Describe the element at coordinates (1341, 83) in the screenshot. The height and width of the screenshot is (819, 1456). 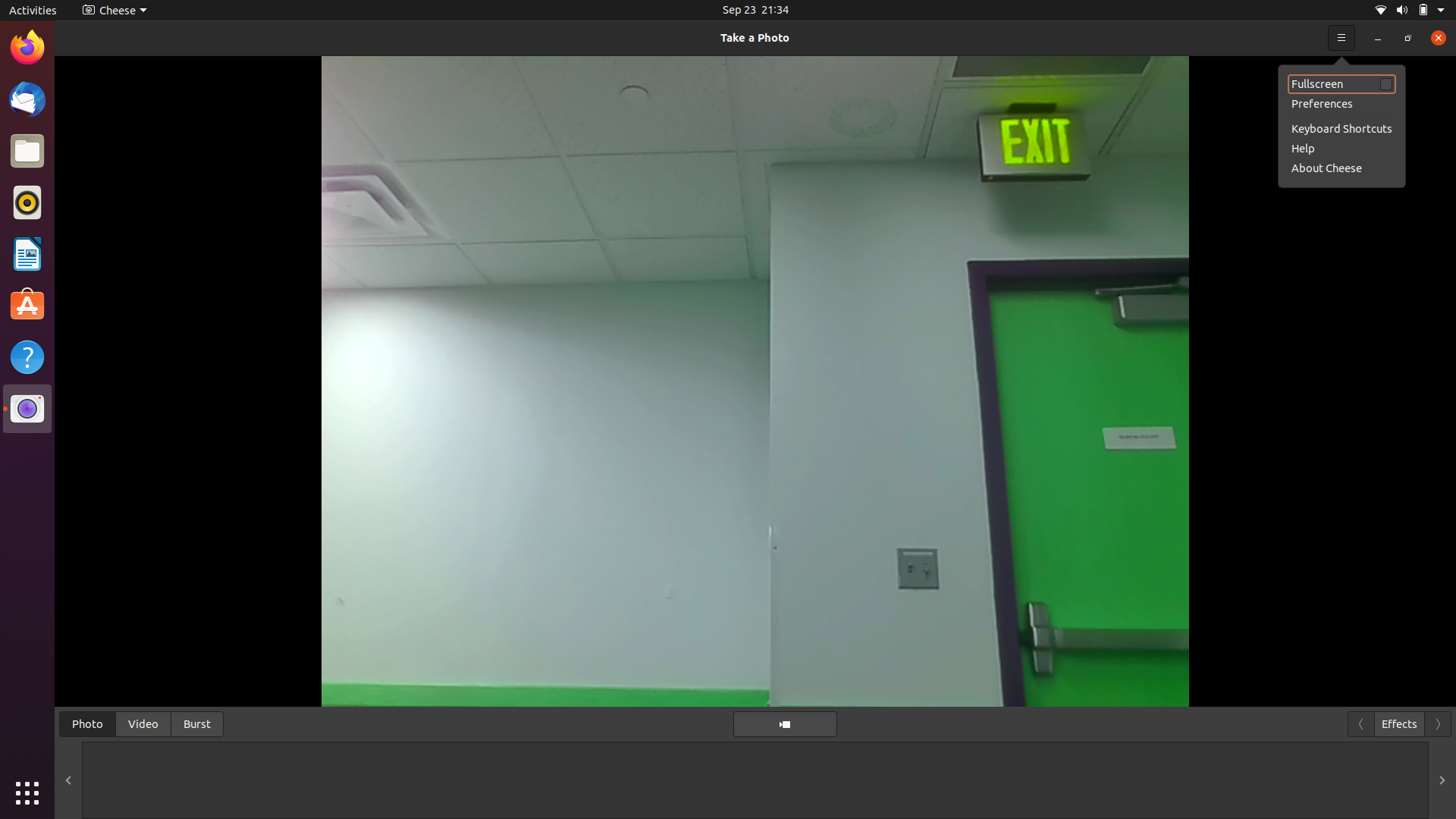
I see `fullscreen view` at that location.